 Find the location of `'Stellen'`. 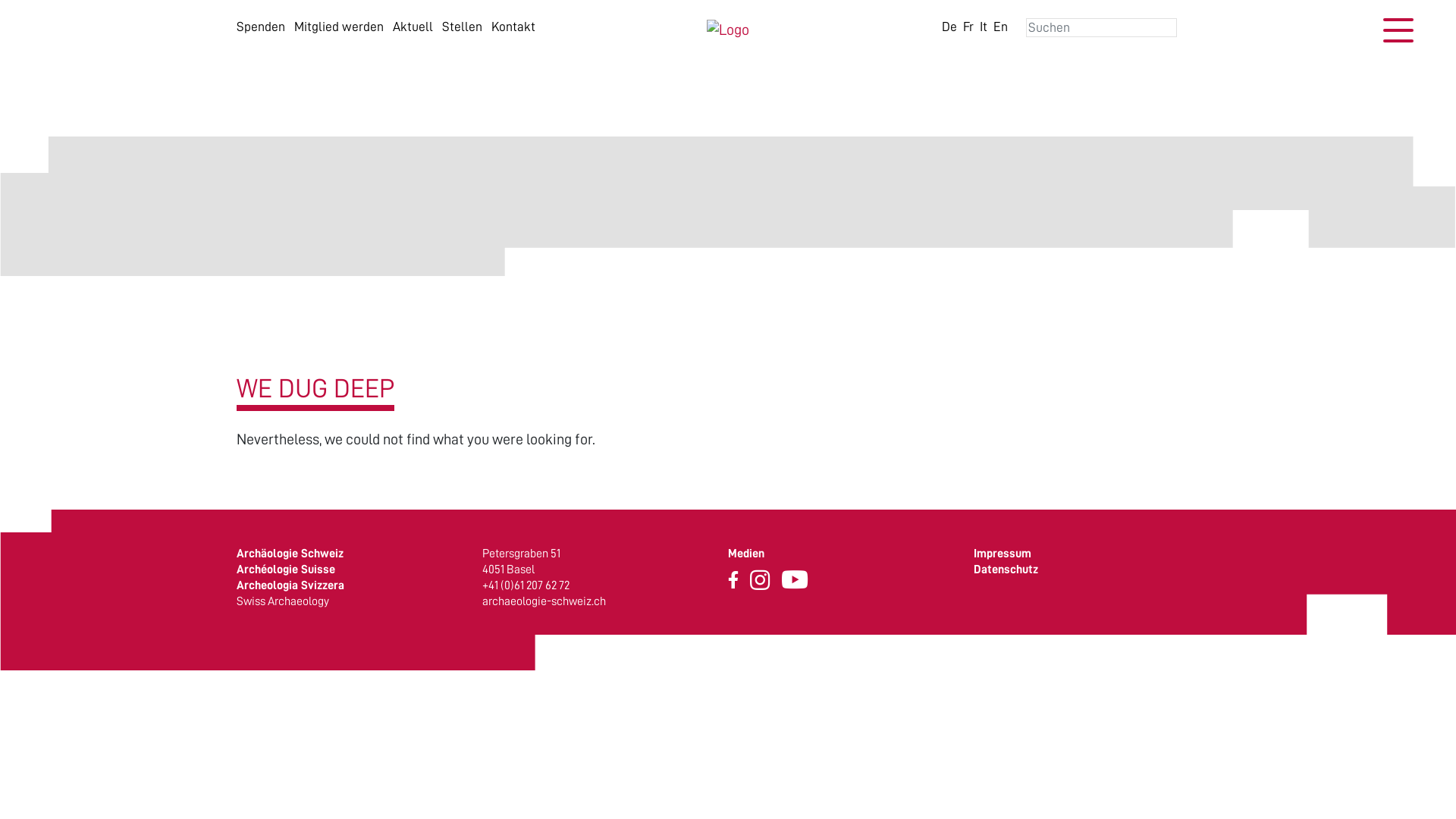

'Stellen' is located at coordinates (461, 26).